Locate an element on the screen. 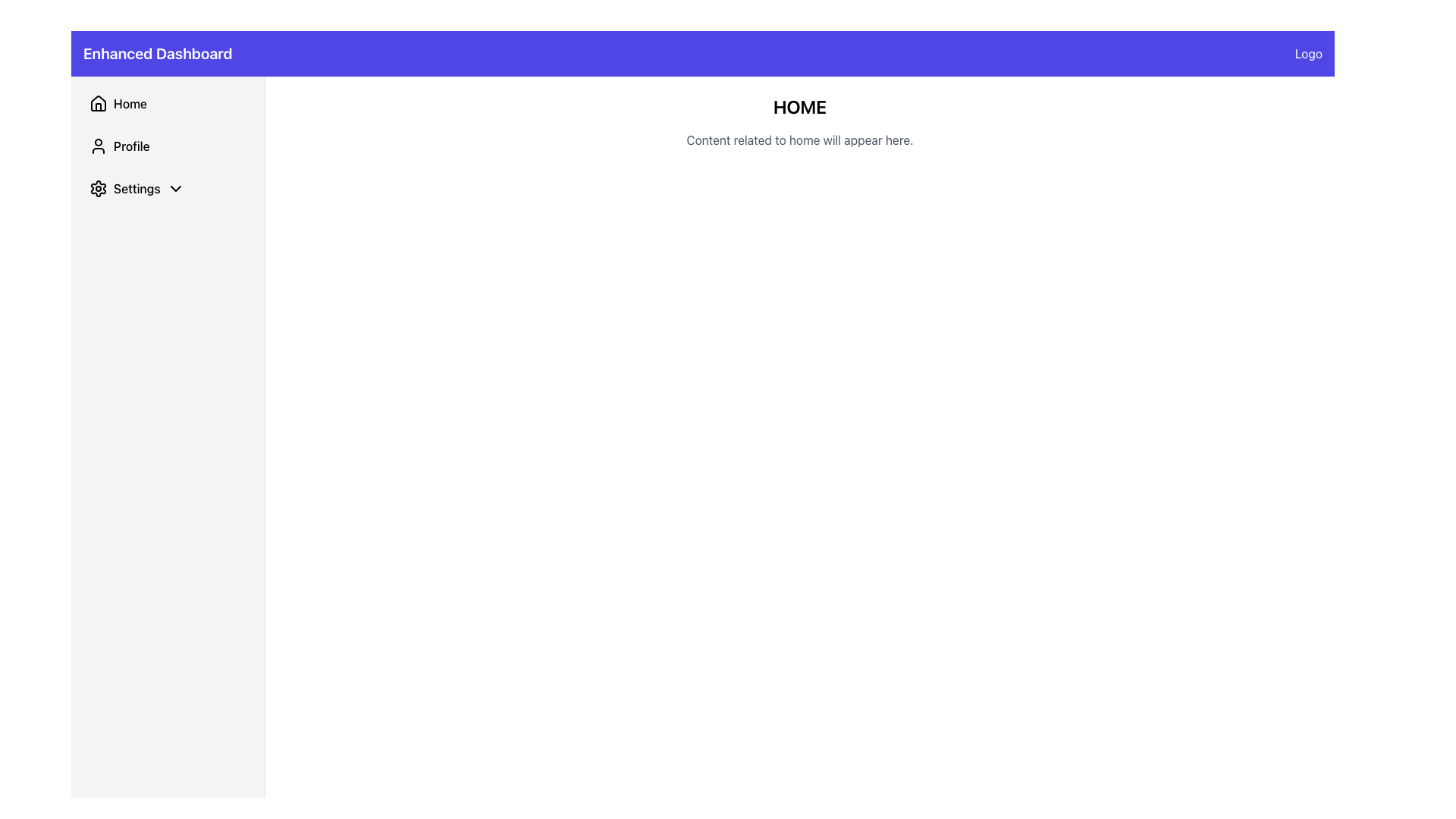  the 'Home' navigation option in the left-side navigation bar, which is represented by a text label next to the house-shaped icon is located at coordinates (130, 103).